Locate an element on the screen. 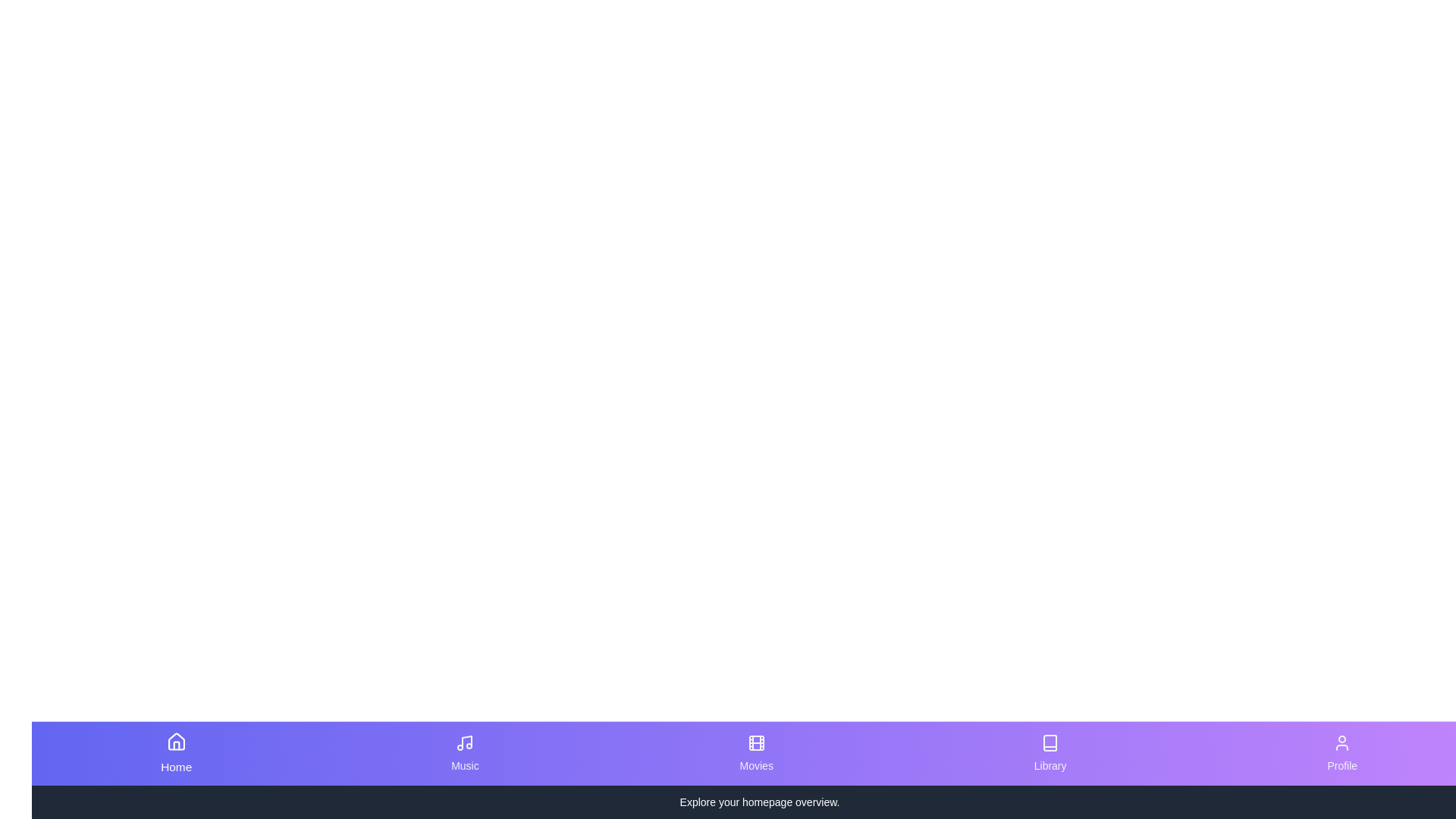 This screenshot has width=1456, height=819. the tab labeled Library to see the hover effect is located at coordinates (1050, 754).